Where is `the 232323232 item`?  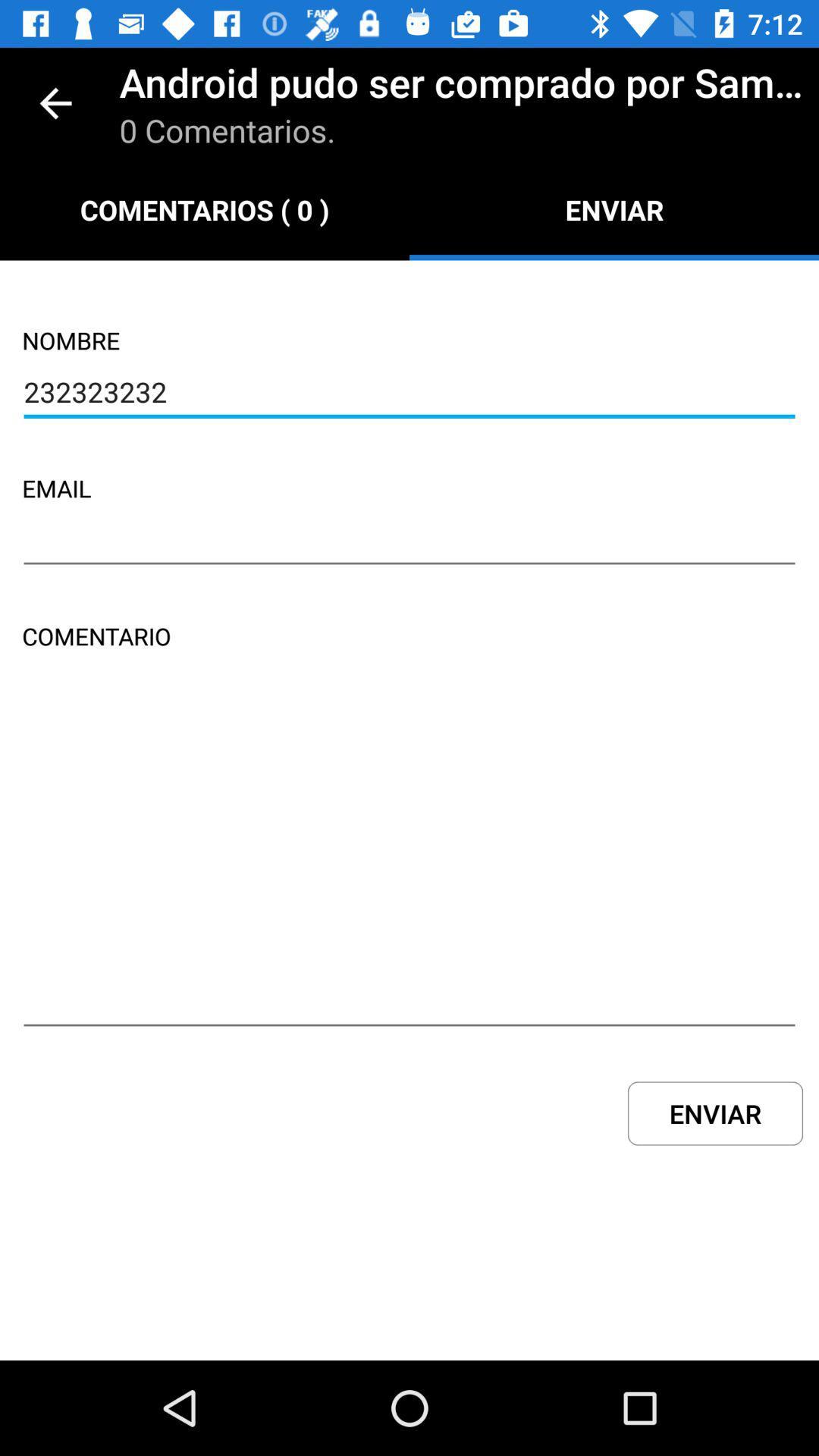 the 232323232 item is located at coordinates (409, 394).